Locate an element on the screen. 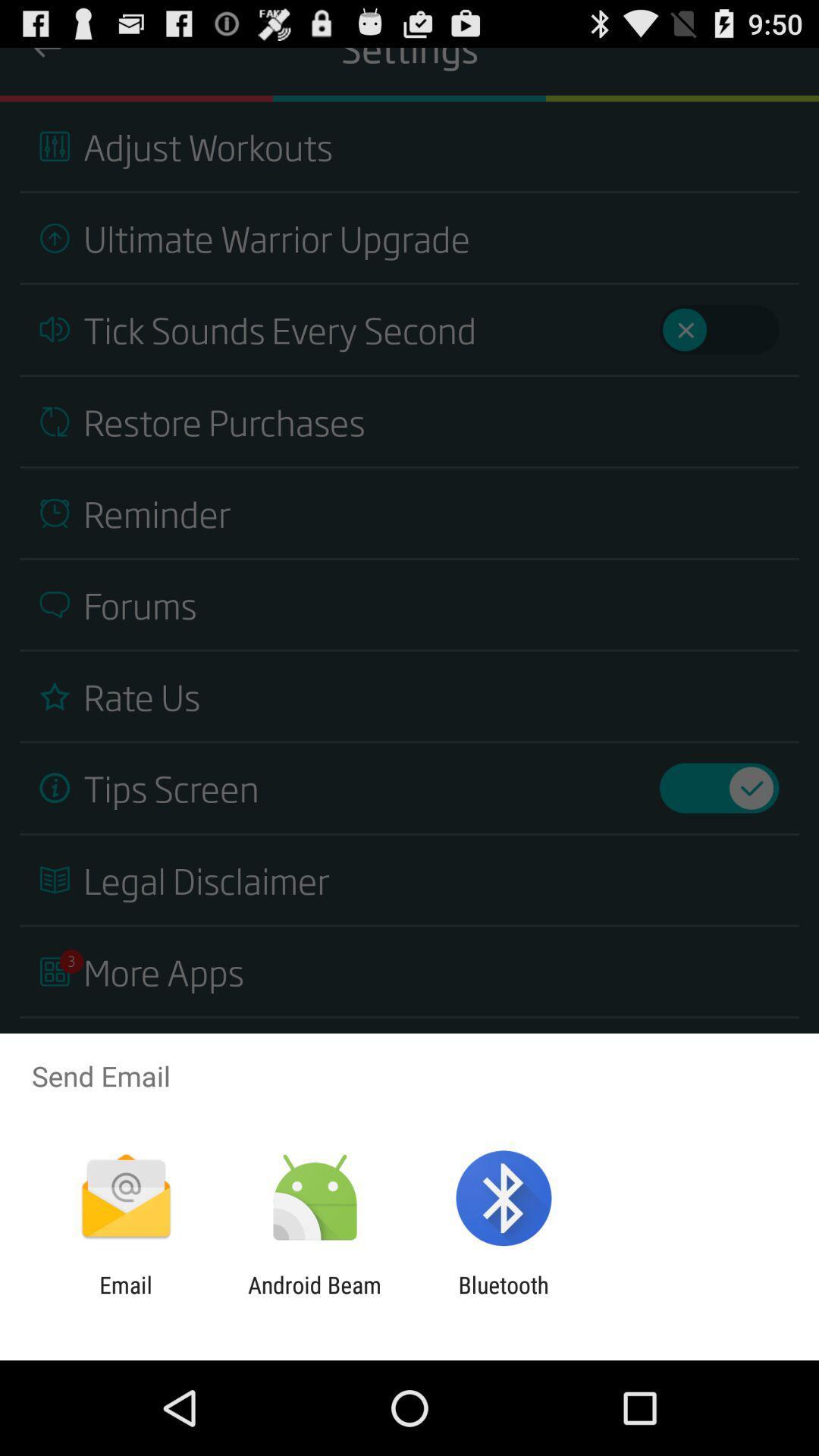 The width and height of the screenshot is (819, 1456). the android beam item is located at coordinates (314, 1298).